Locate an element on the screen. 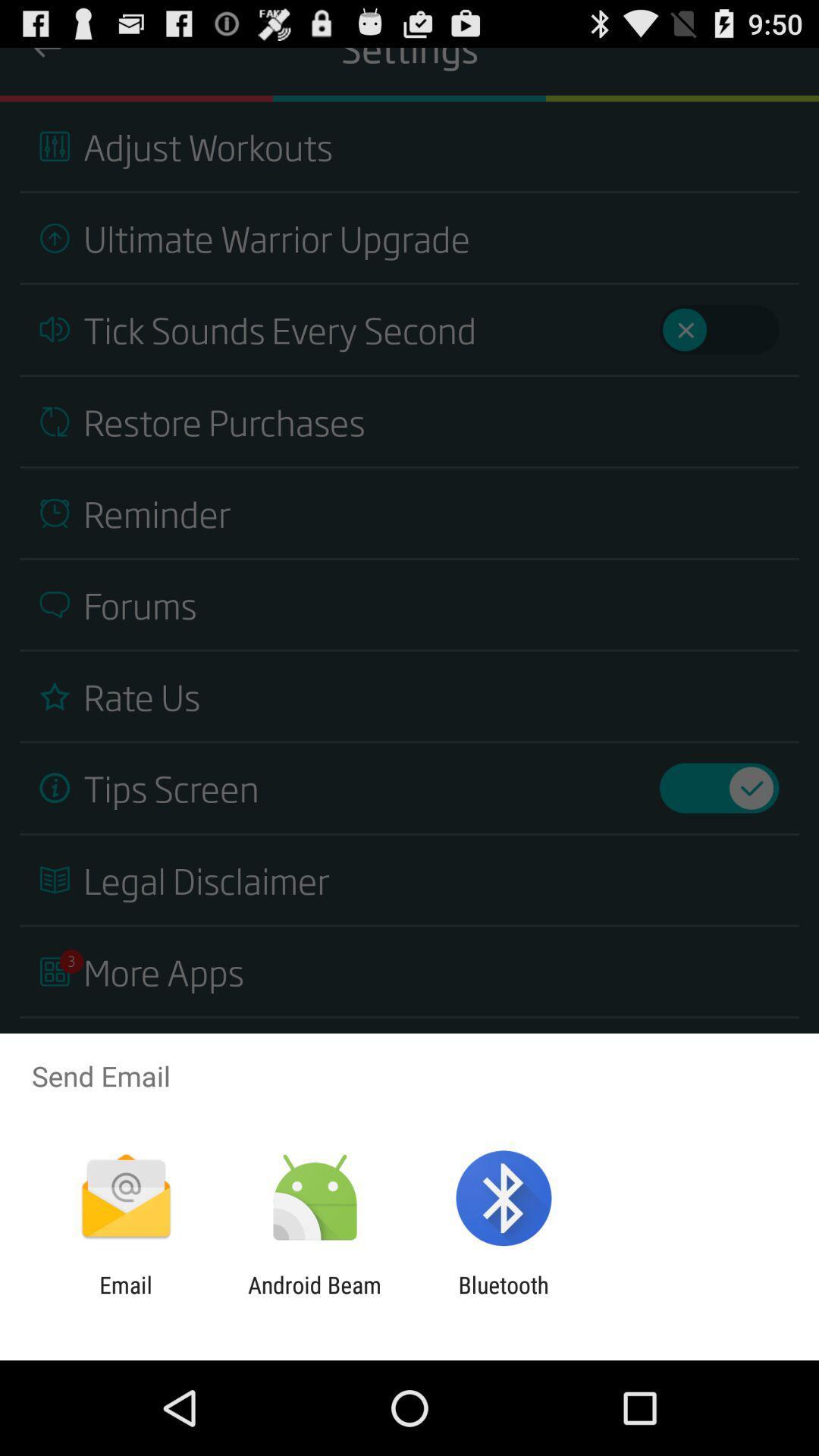 The width and height of the screenshot is (819, 1456). the android beam item is located at coordinates (314, 1298).